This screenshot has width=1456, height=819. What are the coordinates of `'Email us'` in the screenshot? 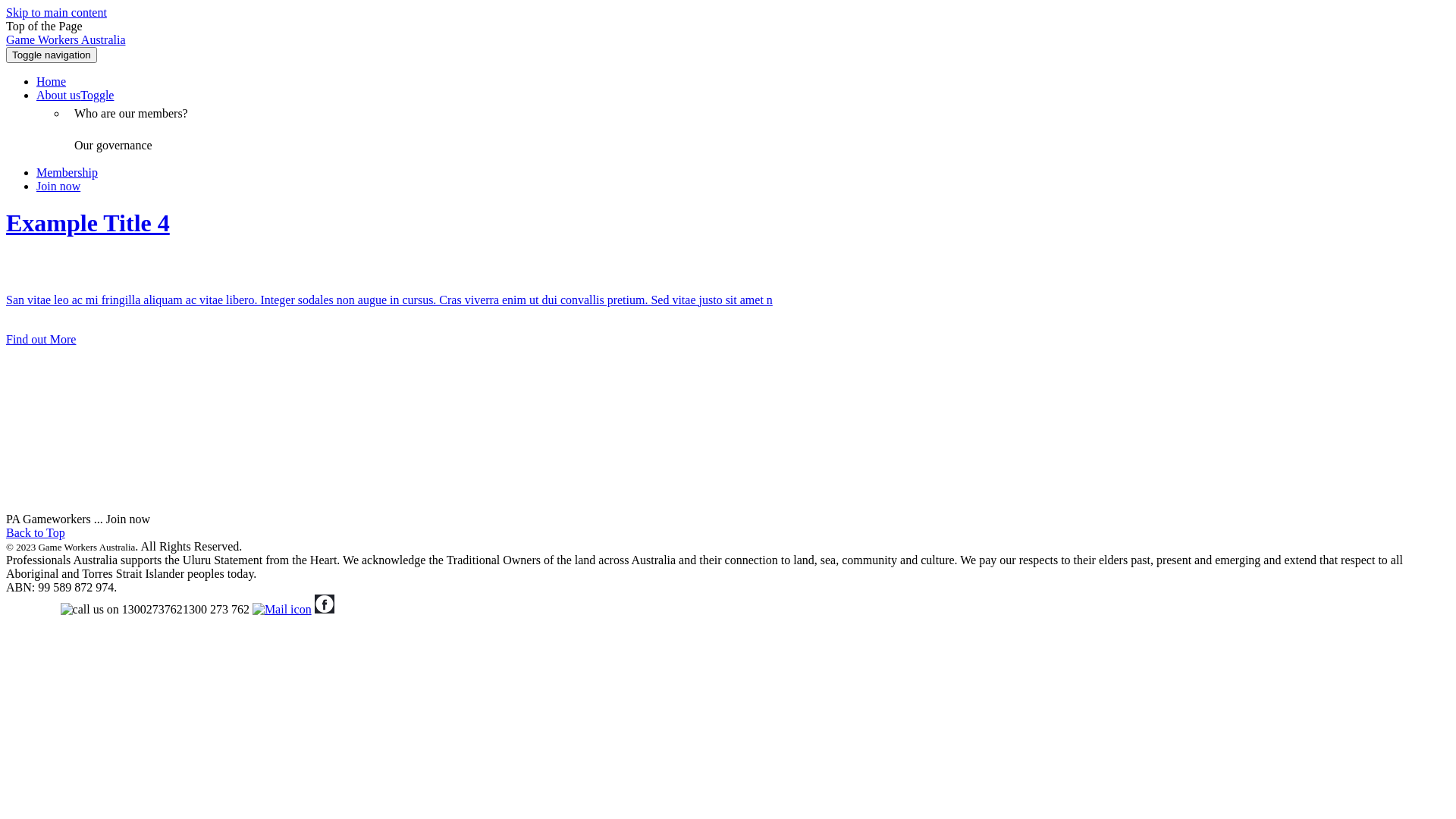 It's located at (281, 608).